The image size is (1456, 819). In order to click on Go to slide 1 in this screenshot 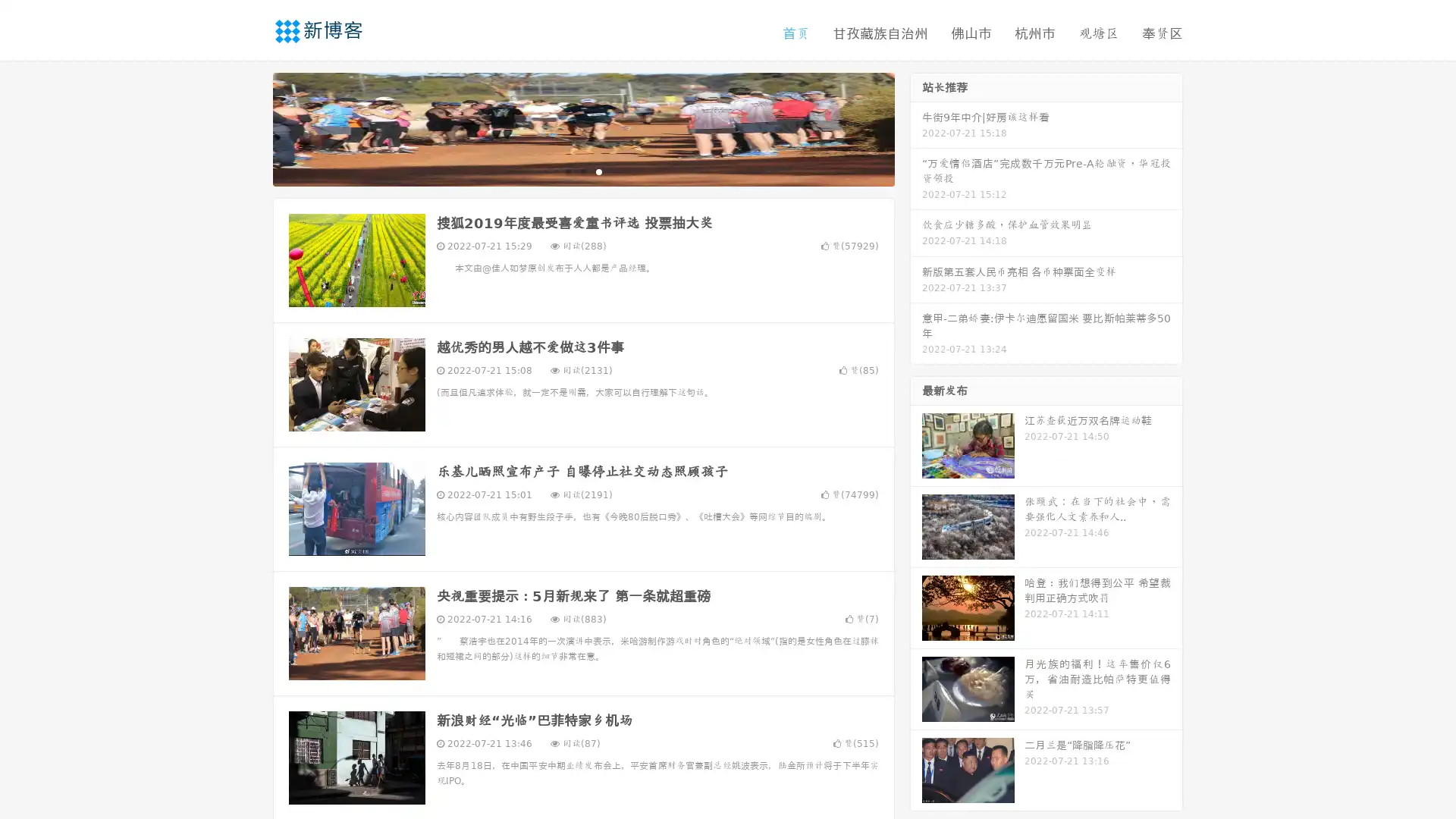, I will do `click(567, 171)`.